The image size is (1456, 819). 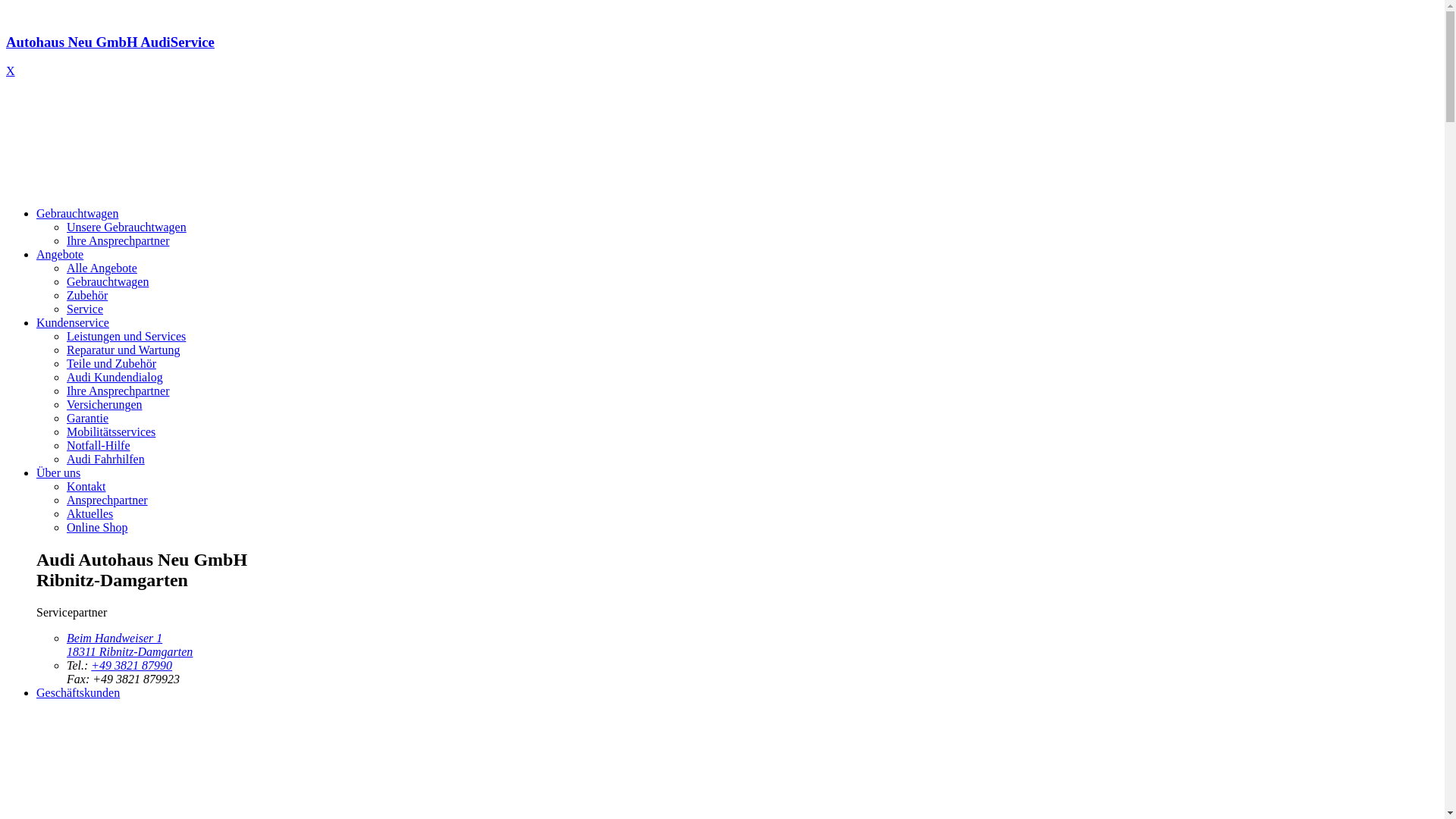 What do you see at coordinates (89, 513) in the screenshot?
I see `'Aktuelles'` at bounding box center [89, 513].